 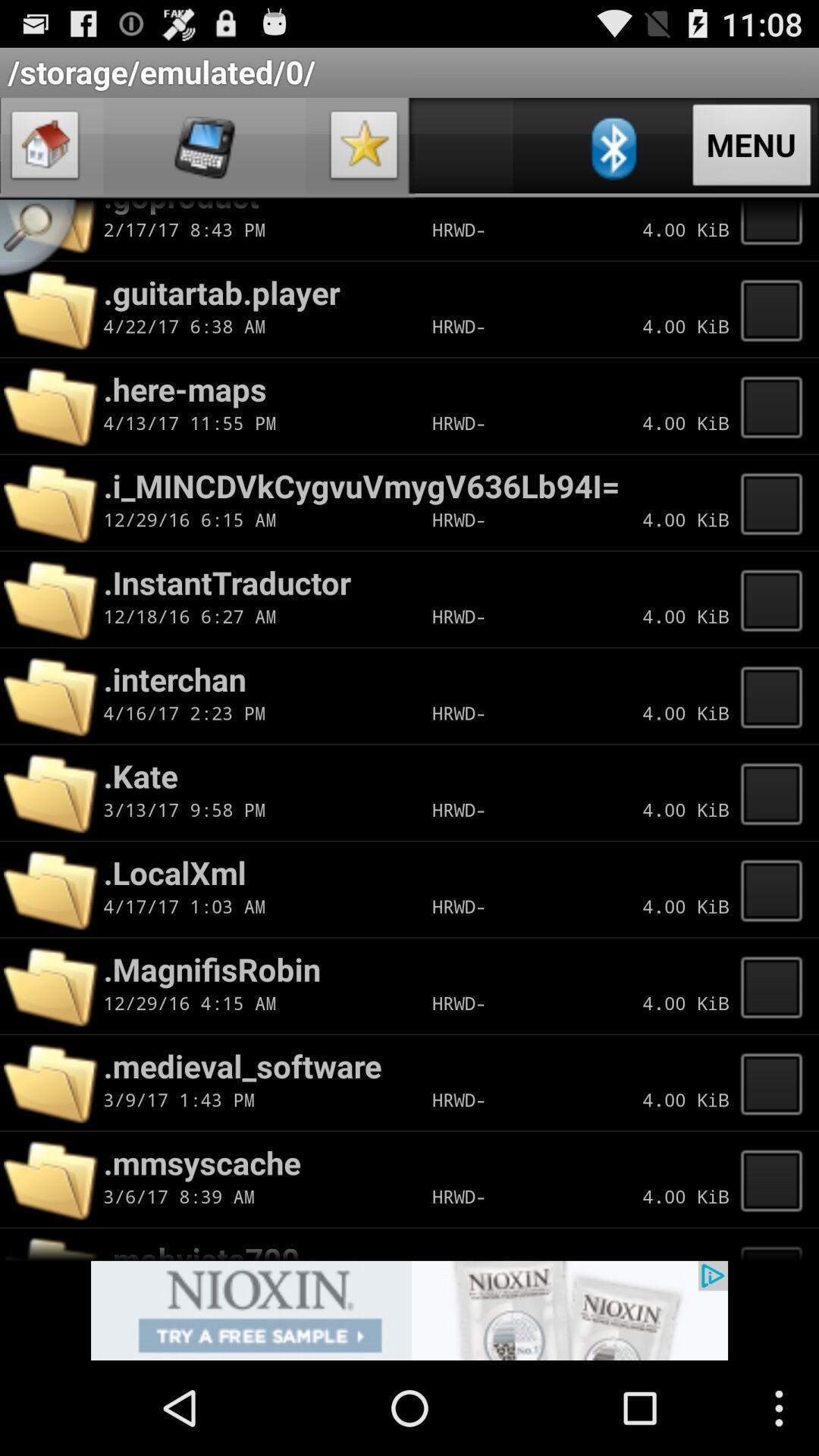 I want to click on this folder, so click(x=776, y=598).